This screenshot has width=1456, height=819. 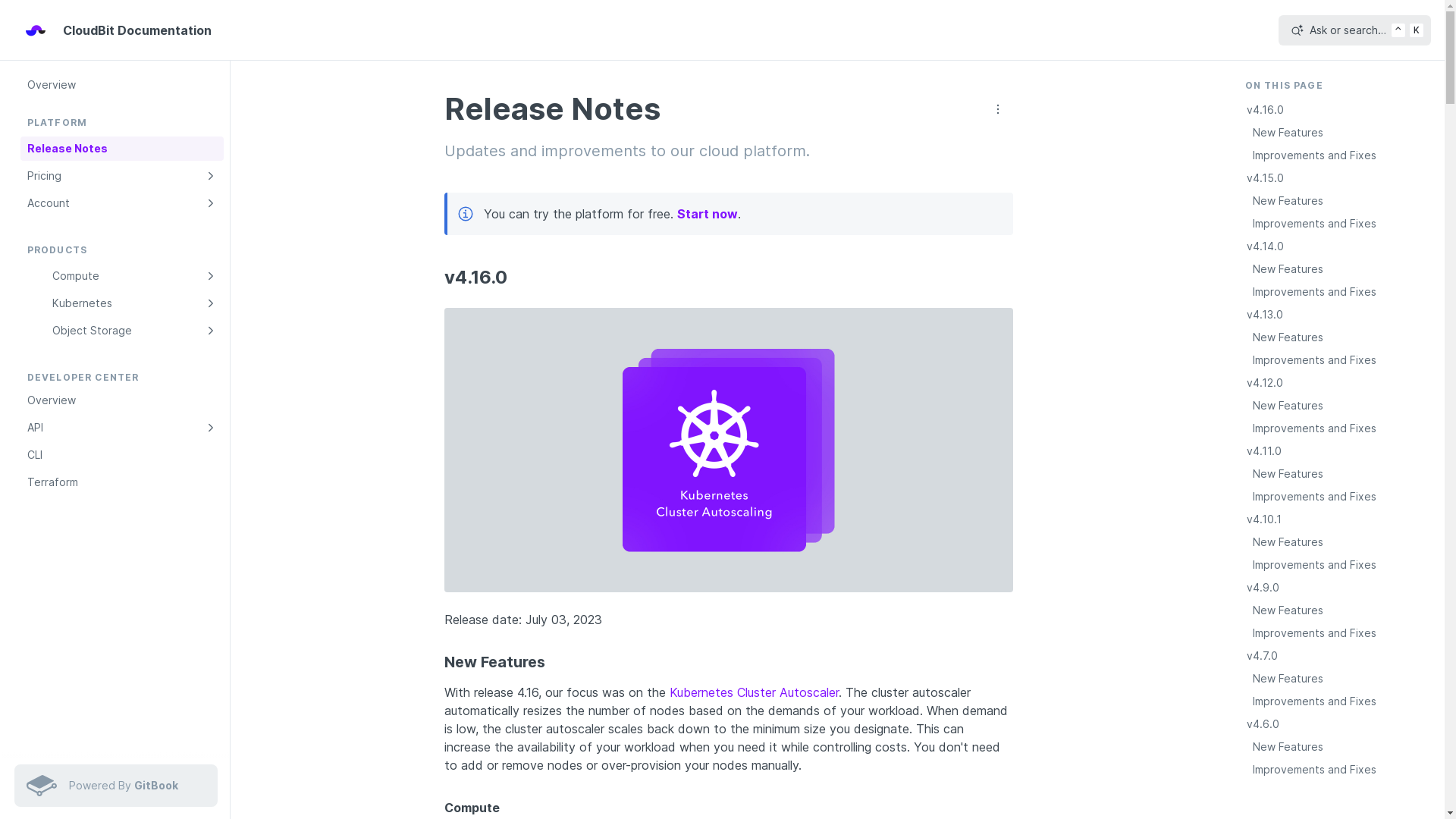 I want to click on 'Overview', so click(x=120, y=400).